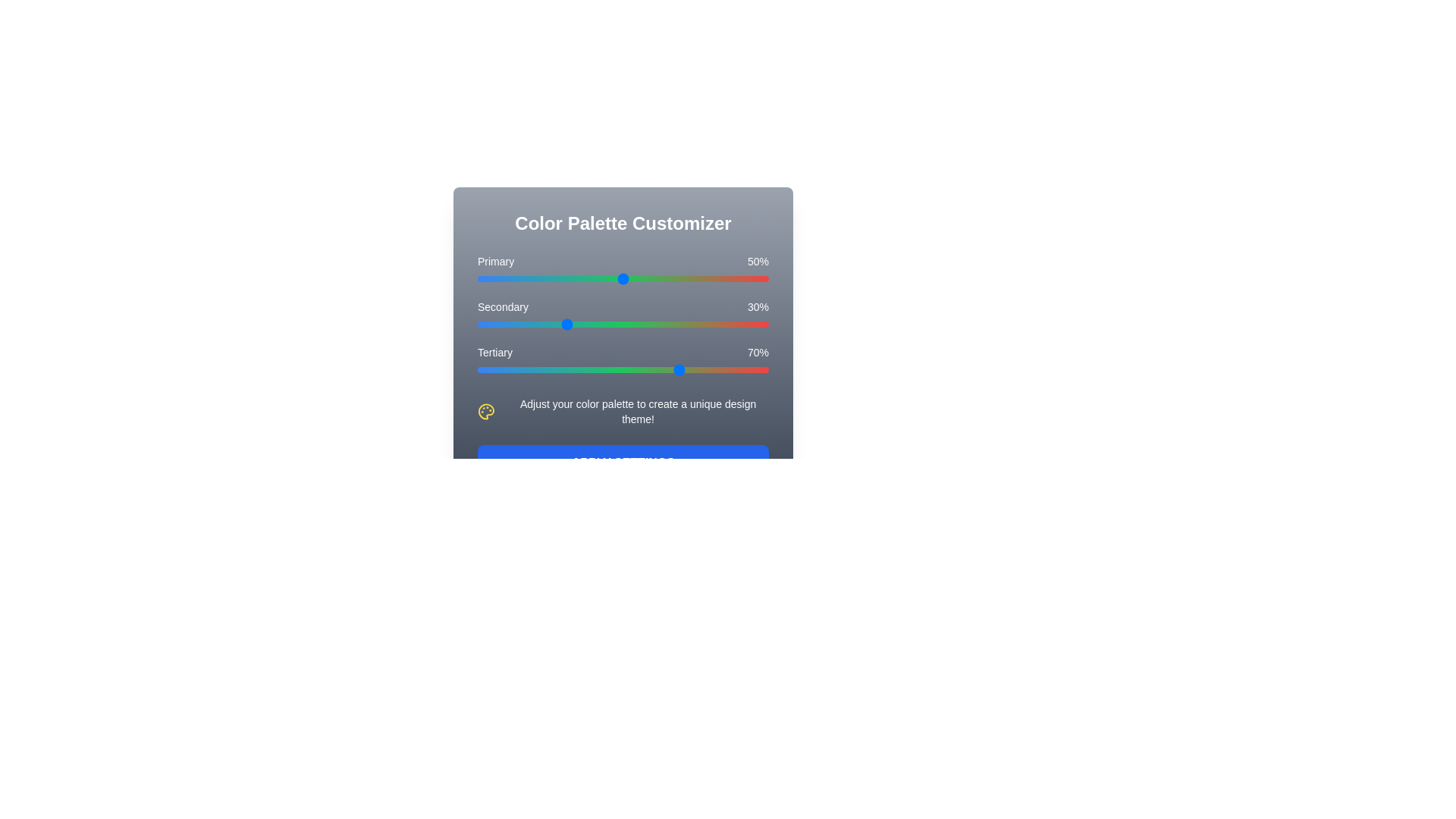 This screenshot has height=819, width=1456. What do you see at coordinates (751, 370) in the screenshot?
I see `the tertiary slider` at bounding box center [751, 370].